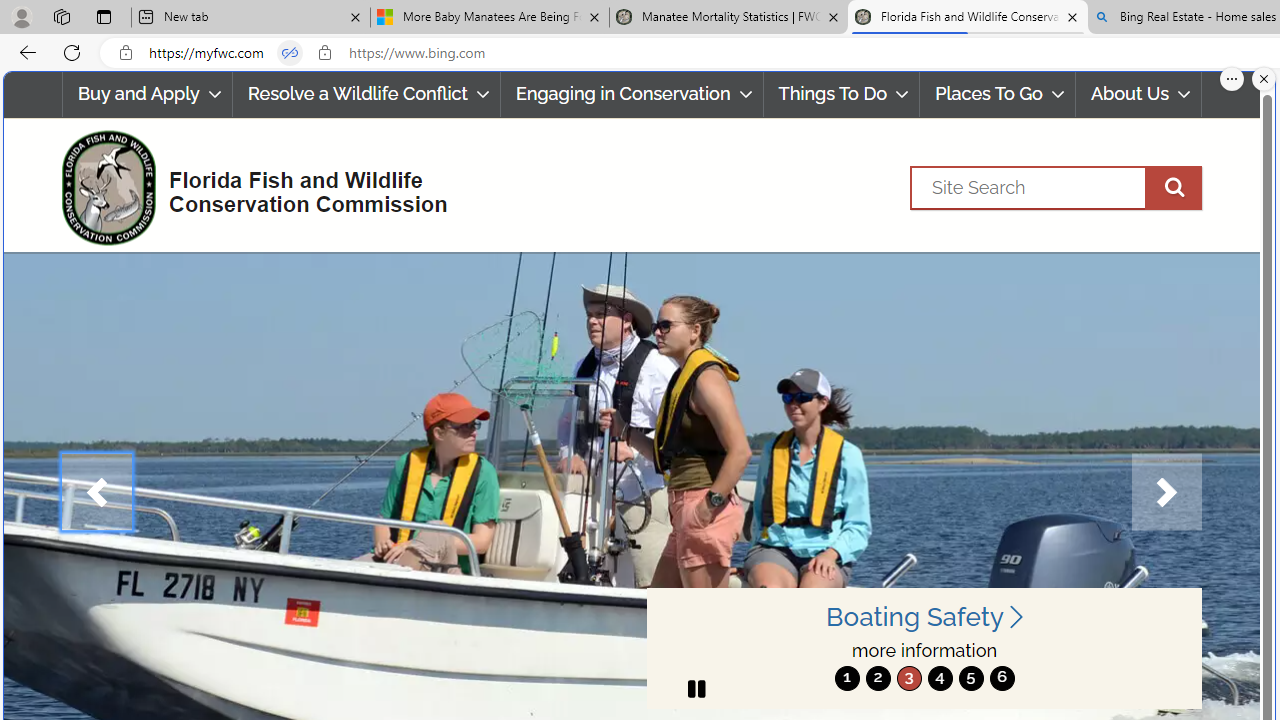  What do you see at coordinates (847, 677) in the screenshot?
I see `'move to slide 1'` at bounding box center [847, 677].